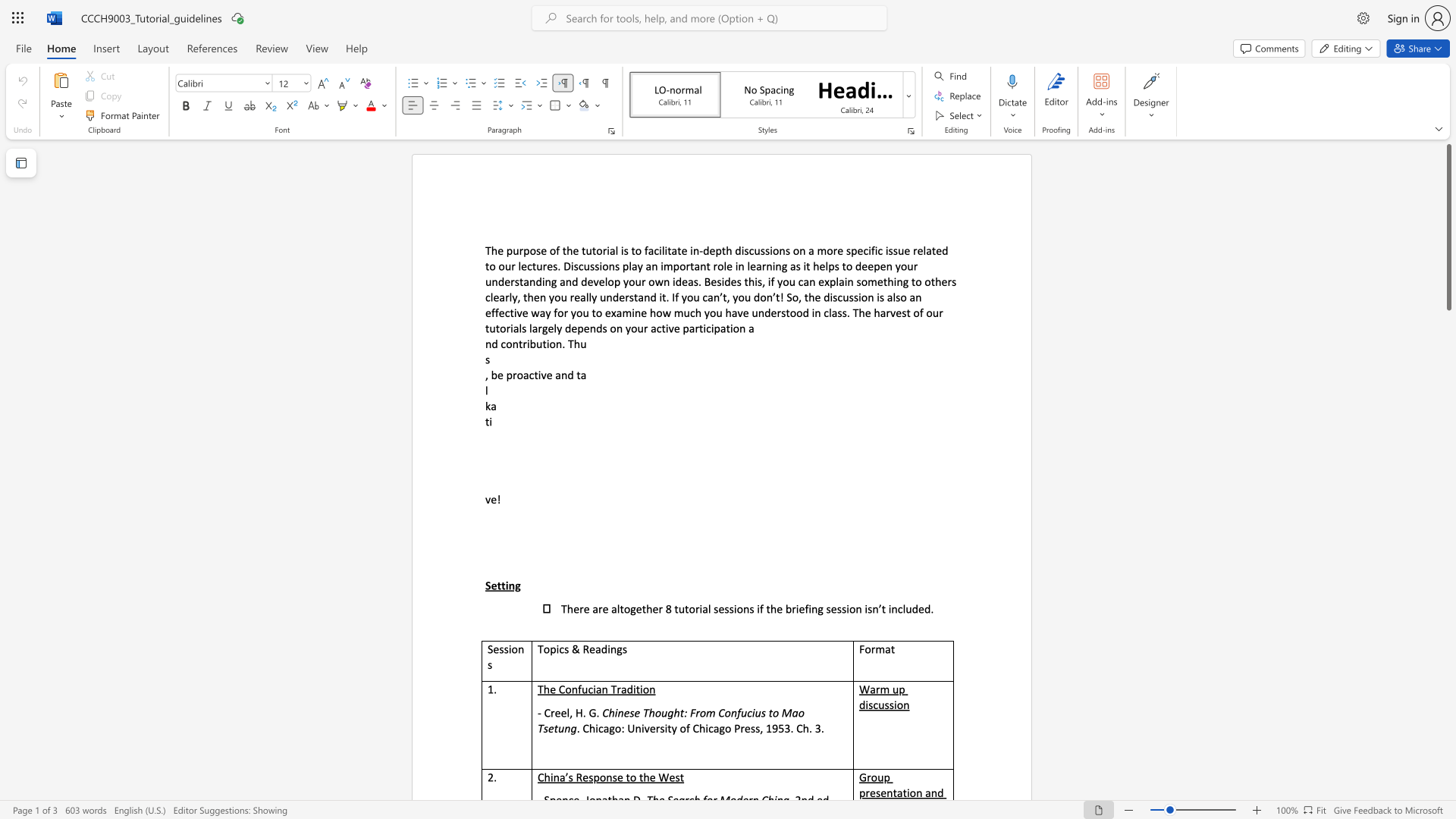 The image size is (1456, 819). Describe the element at coordinates (1448, 598) in the screenshot. I see `the scrollbar to move the content lower` at that location.